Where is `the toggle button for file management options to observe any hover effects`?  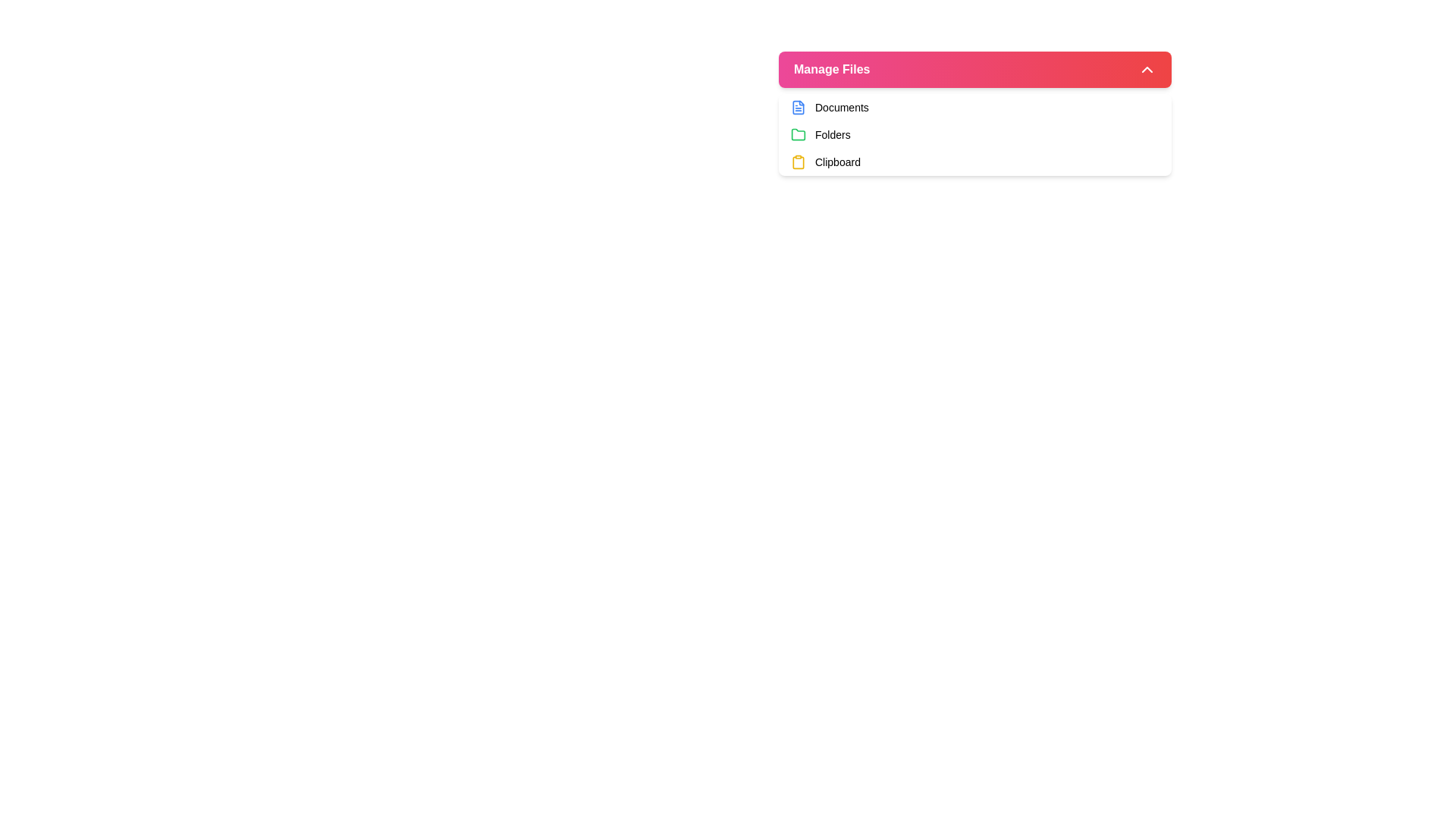
the toggle button for file management options to observe any hover effects is located at coordinates (975, 70).